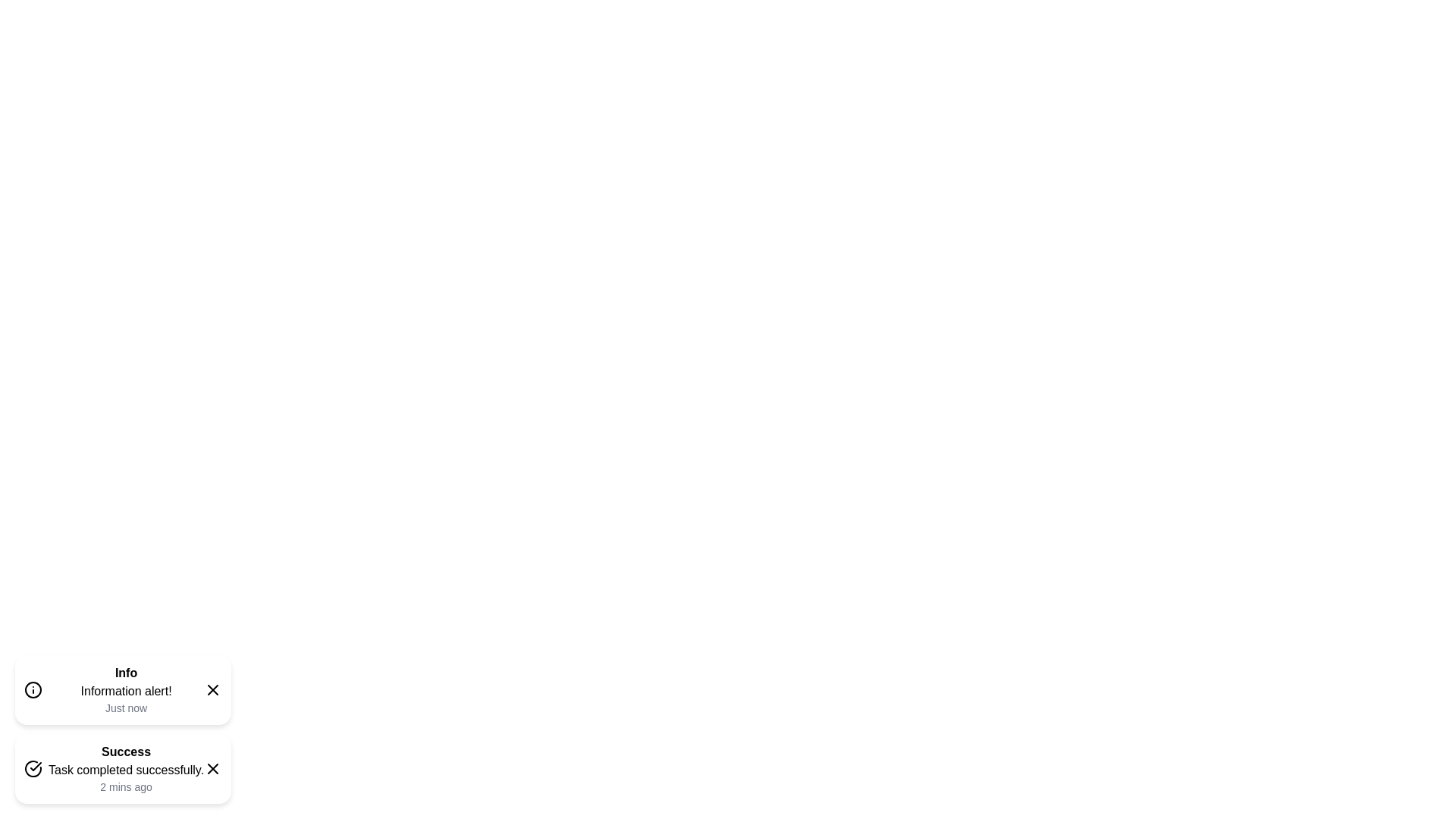  Describe the element at coordinates (212, 769) in the screenshot. I see `the close icon of the snackbar with type success` at that location.